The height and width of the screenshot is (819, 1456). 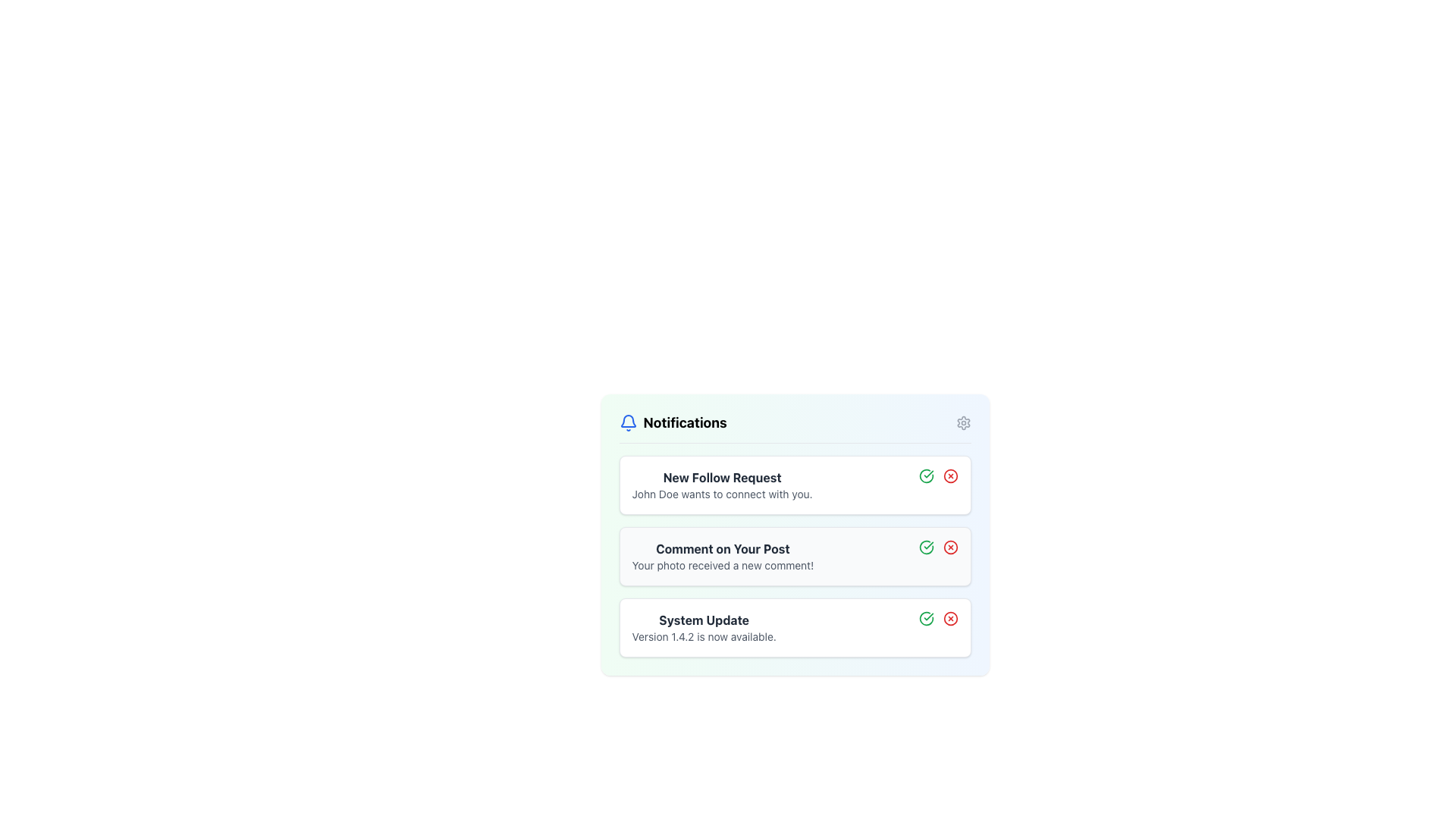 What do you see at coordinates (925, 475) in the screenshot?
I see `the circular graphical component within the 'New Follow Request' notification card, located to the right of the text content` at bounding box center [925, 475].